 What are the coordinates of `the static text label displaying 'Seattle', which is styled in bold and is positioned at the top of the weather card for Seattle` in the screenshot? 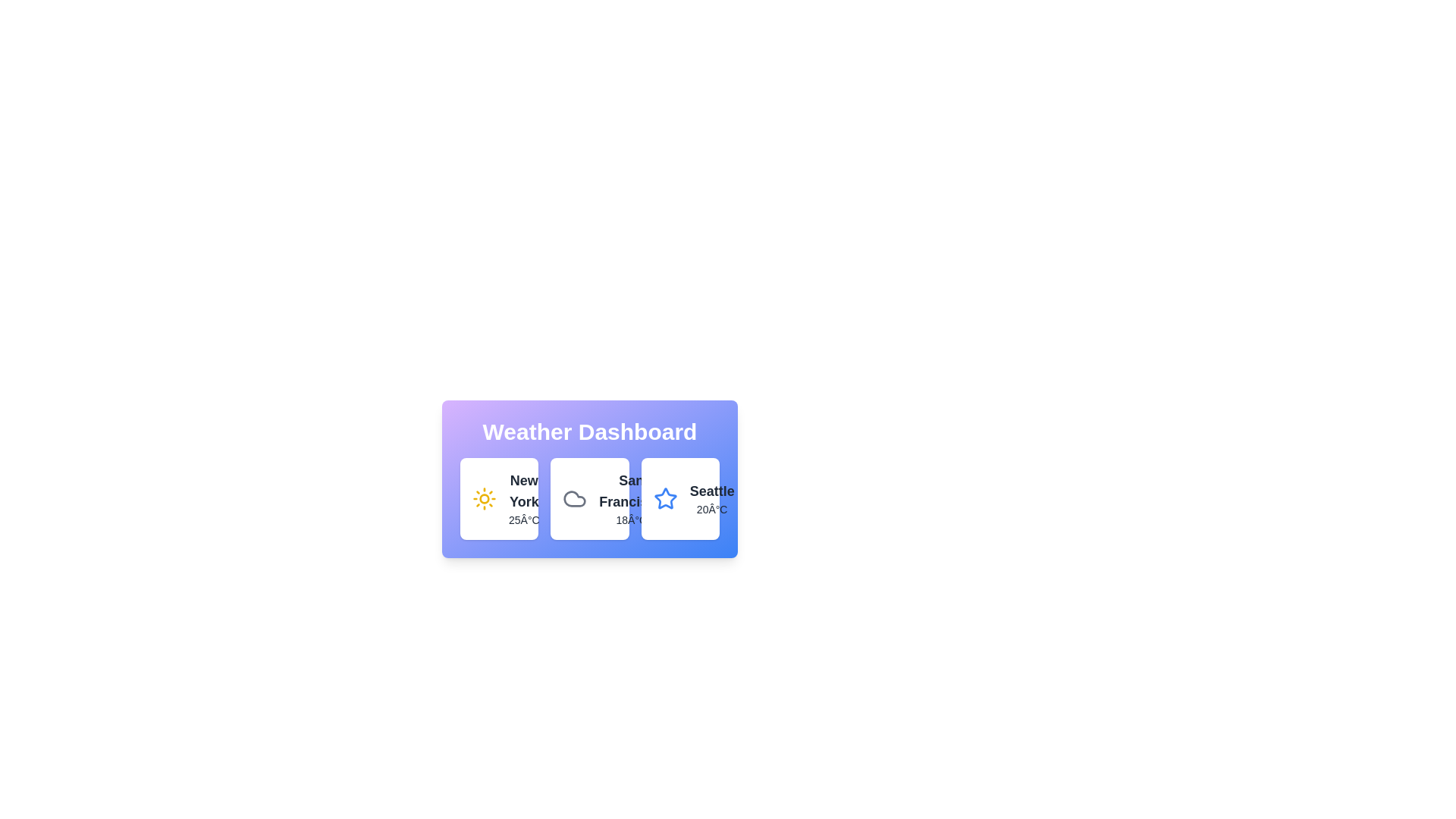 It's located at (711, 491).